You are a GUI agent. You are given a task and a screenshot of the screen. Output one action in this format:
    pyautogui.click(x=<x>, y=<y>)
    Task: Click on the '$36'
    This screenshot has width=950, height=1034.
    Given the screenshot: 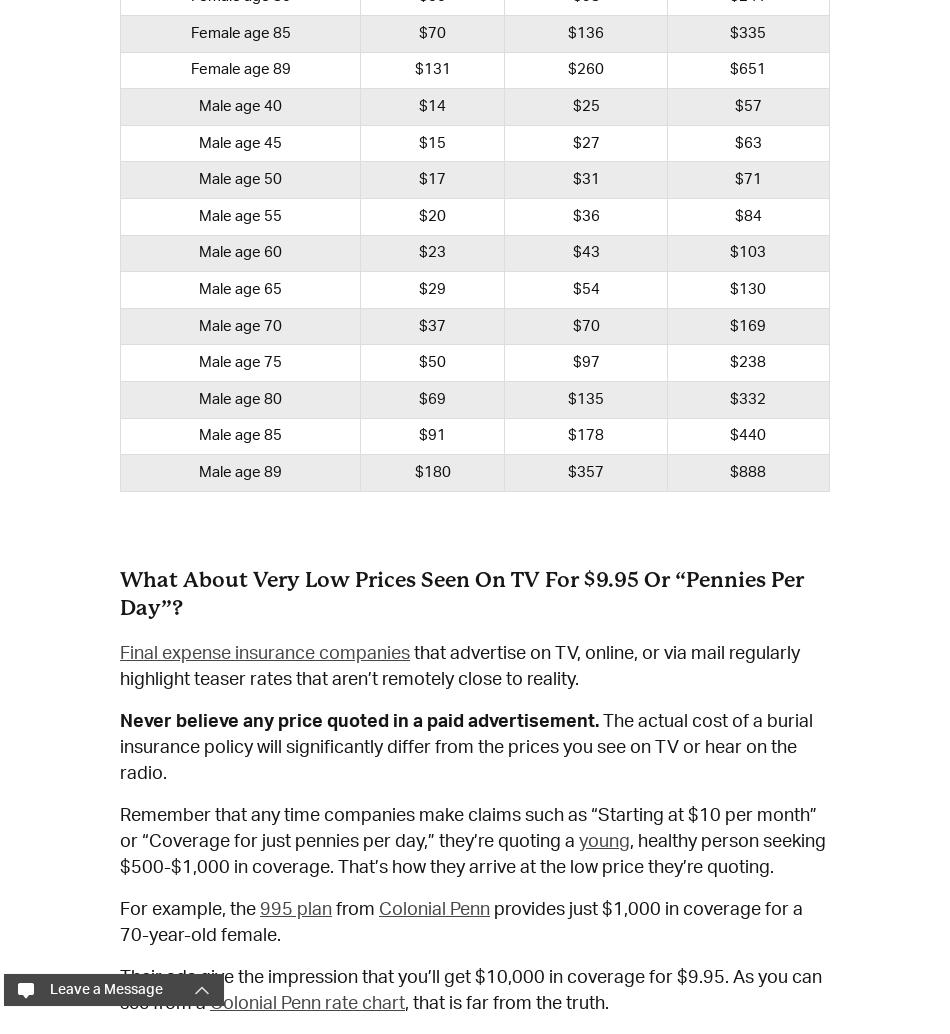 What is the action you would take?
    pyautogui.click(x=585, y=215)
    